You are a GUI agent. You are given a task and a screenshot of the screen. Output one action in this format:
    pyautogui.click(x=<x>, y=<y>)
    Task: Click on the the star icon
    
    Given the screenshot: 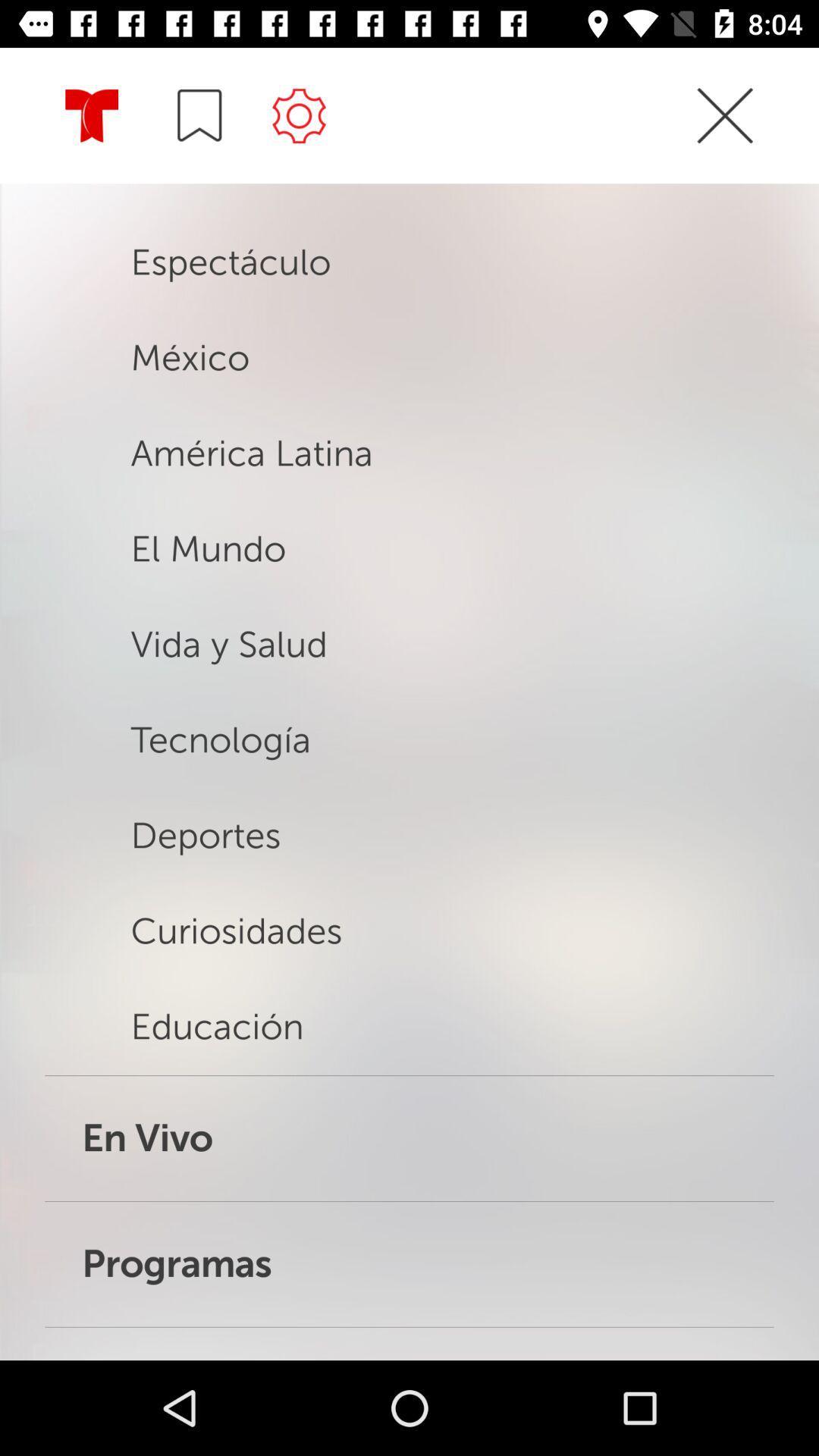 What is the action you would take?
    pyautogui.click(x=92, y=116)
    